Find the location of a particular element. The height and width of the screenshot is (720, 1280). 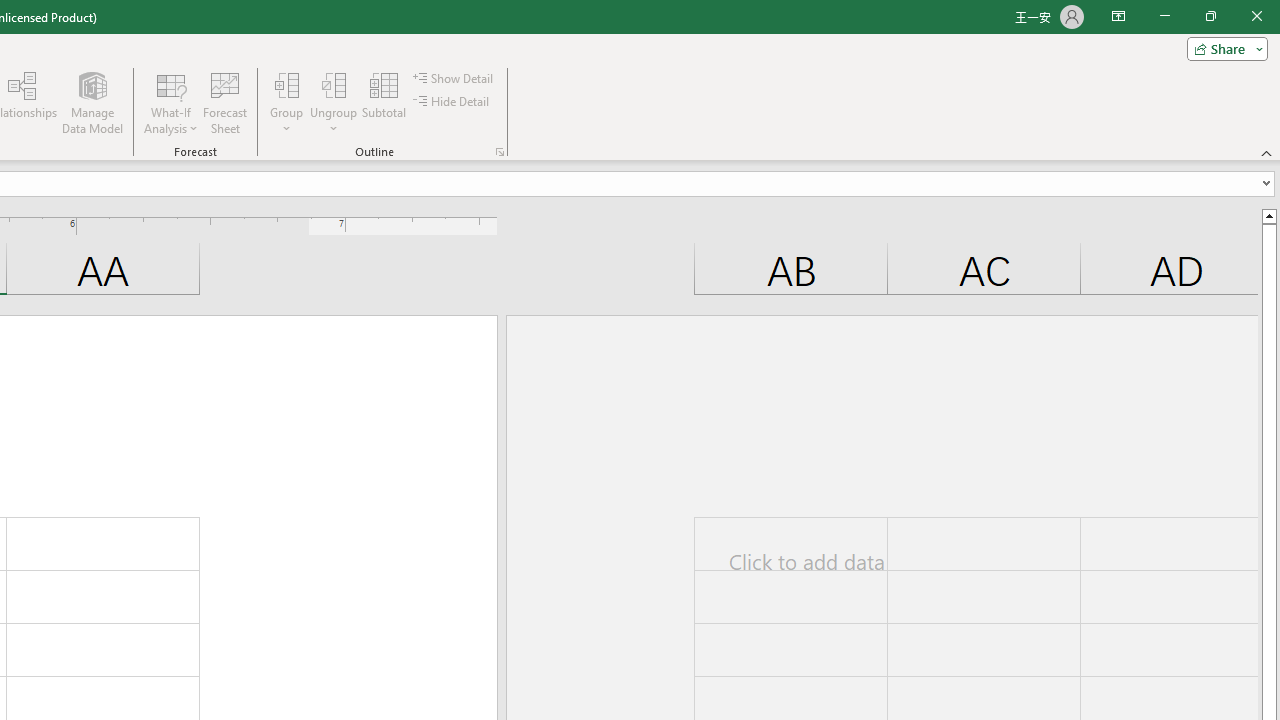

'Show Detail' is located at coordinates (454, 77).